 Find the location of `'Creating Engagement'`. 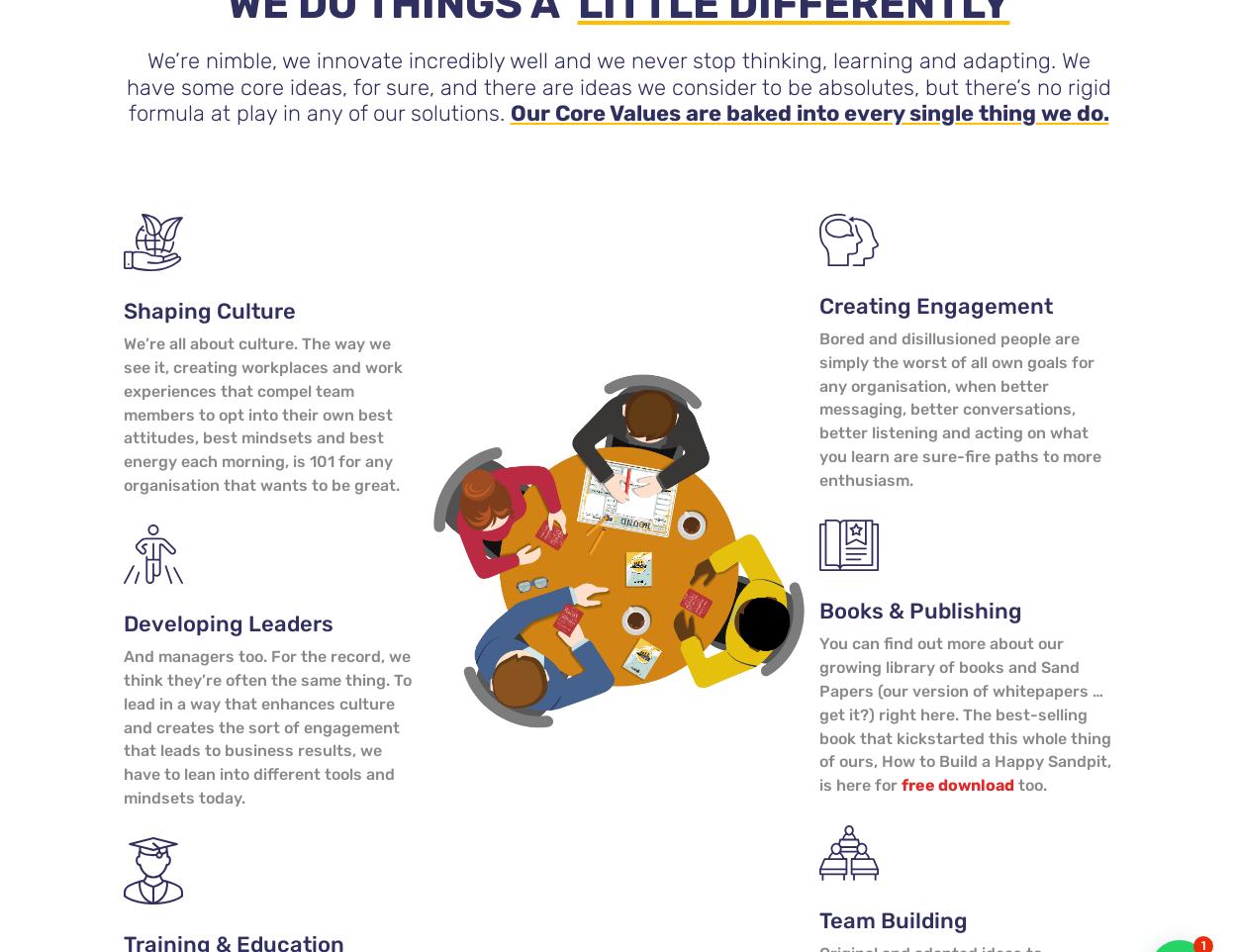

'Creating Engagement' is located at coordinates (935, 305).